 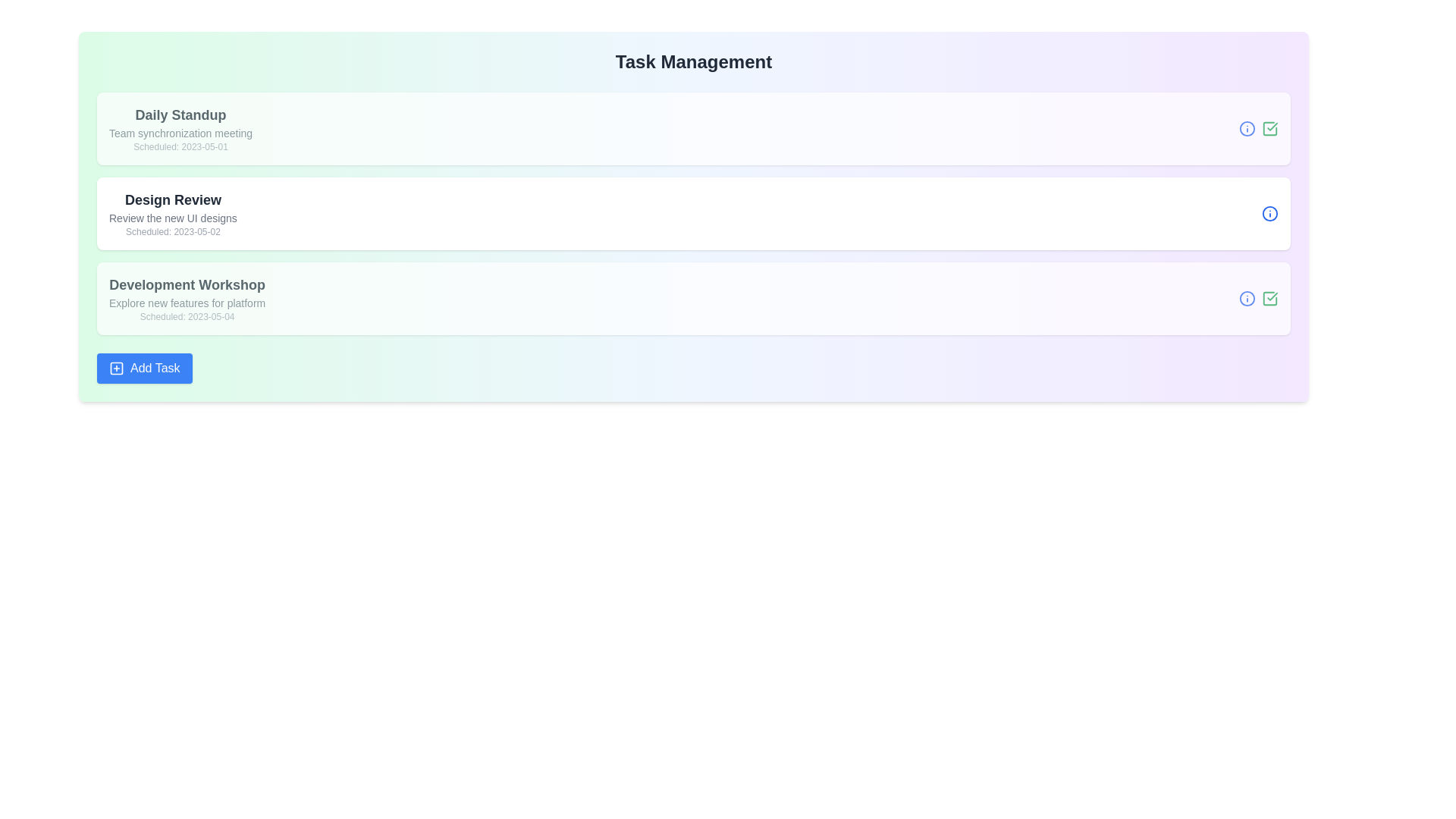 I want to click on the 'Add Task' button to add a new task, so click(x=144, y=369).